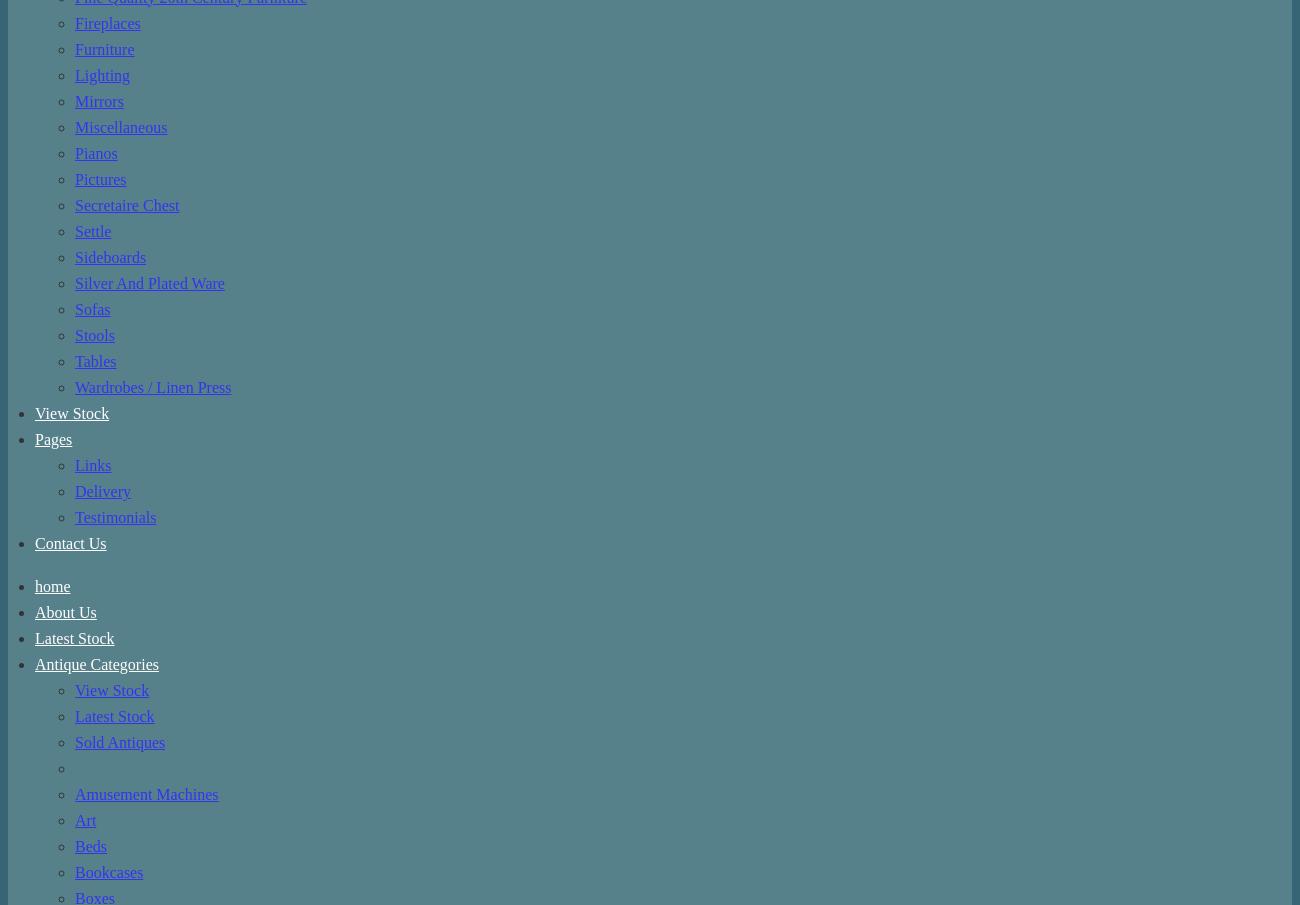 Image resolution: width=1300 pixels, height=905 pixels. What do you see at coordinates (148, 283) in the screenshot?
I see `'Silver  And  Plated Ware'` at bounding box center [148, 283].